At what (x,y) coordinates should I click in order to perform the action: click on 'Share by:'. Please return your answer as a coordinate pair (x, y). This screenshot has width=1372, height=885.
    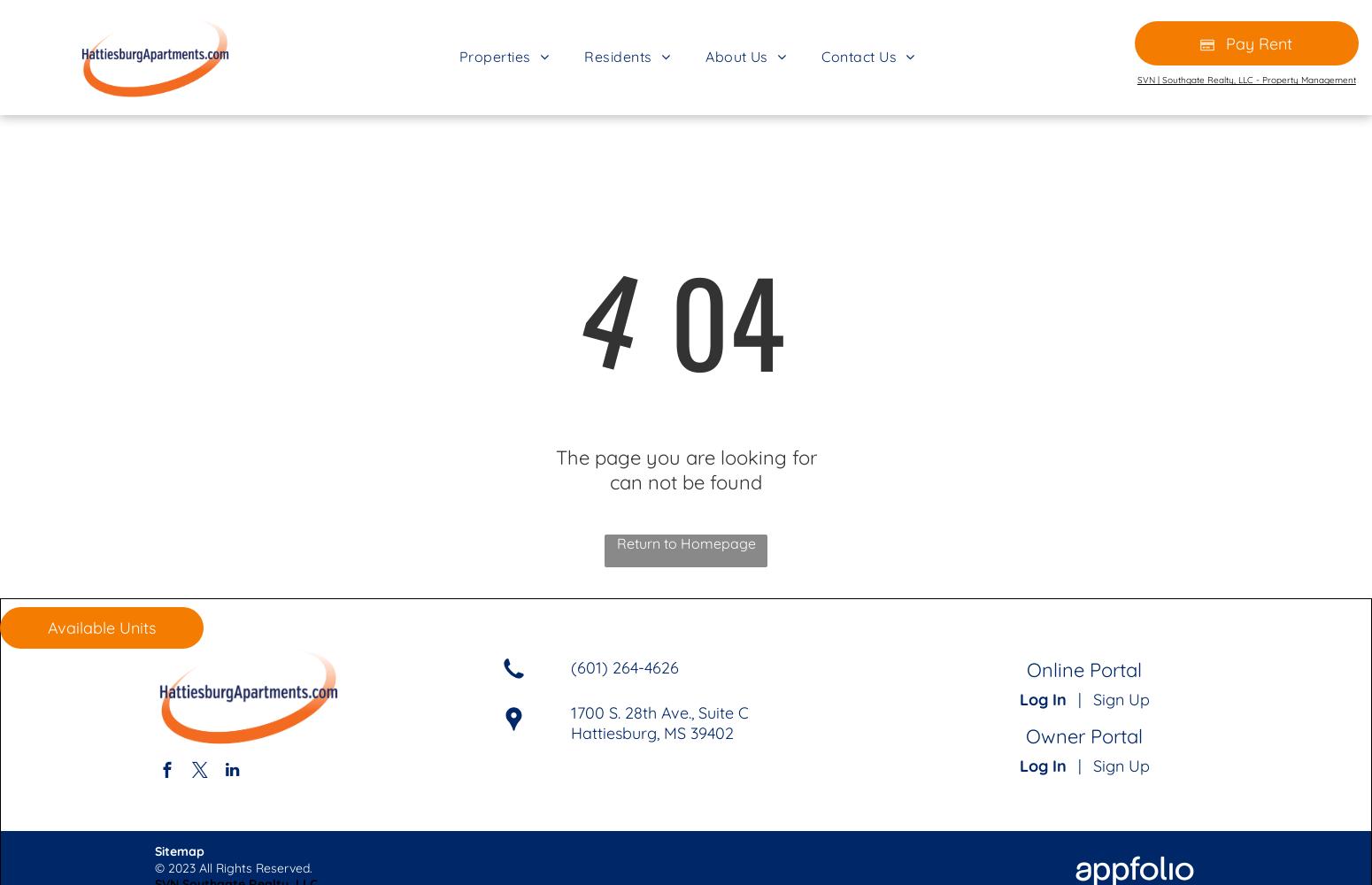
    Looking at the image, I should click on (73, 44).